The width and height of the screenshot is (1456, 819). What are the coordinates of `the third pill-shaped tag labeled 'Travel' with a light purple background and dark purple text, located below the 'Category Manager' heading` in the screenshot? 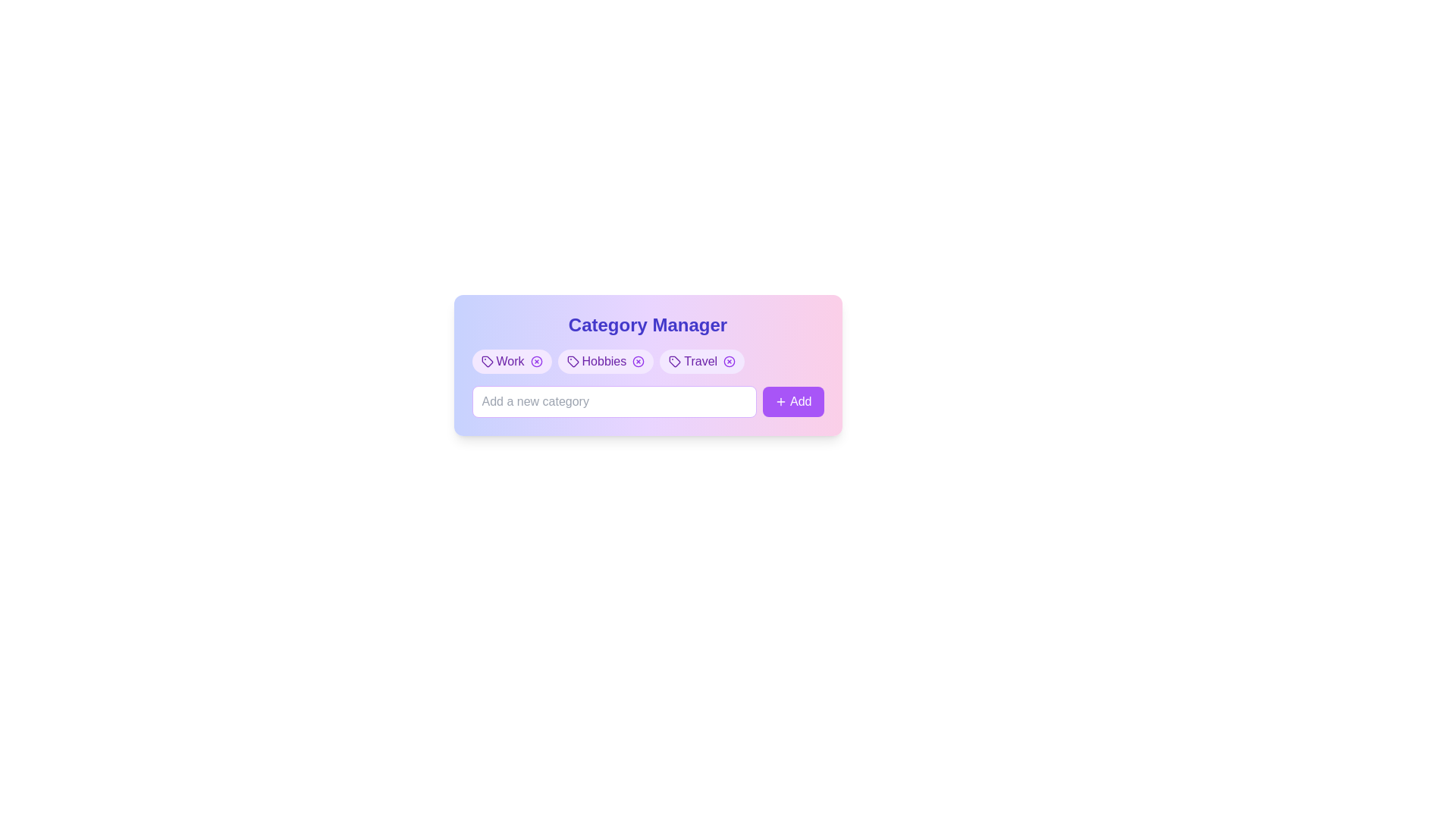 It's located at (701, 362).